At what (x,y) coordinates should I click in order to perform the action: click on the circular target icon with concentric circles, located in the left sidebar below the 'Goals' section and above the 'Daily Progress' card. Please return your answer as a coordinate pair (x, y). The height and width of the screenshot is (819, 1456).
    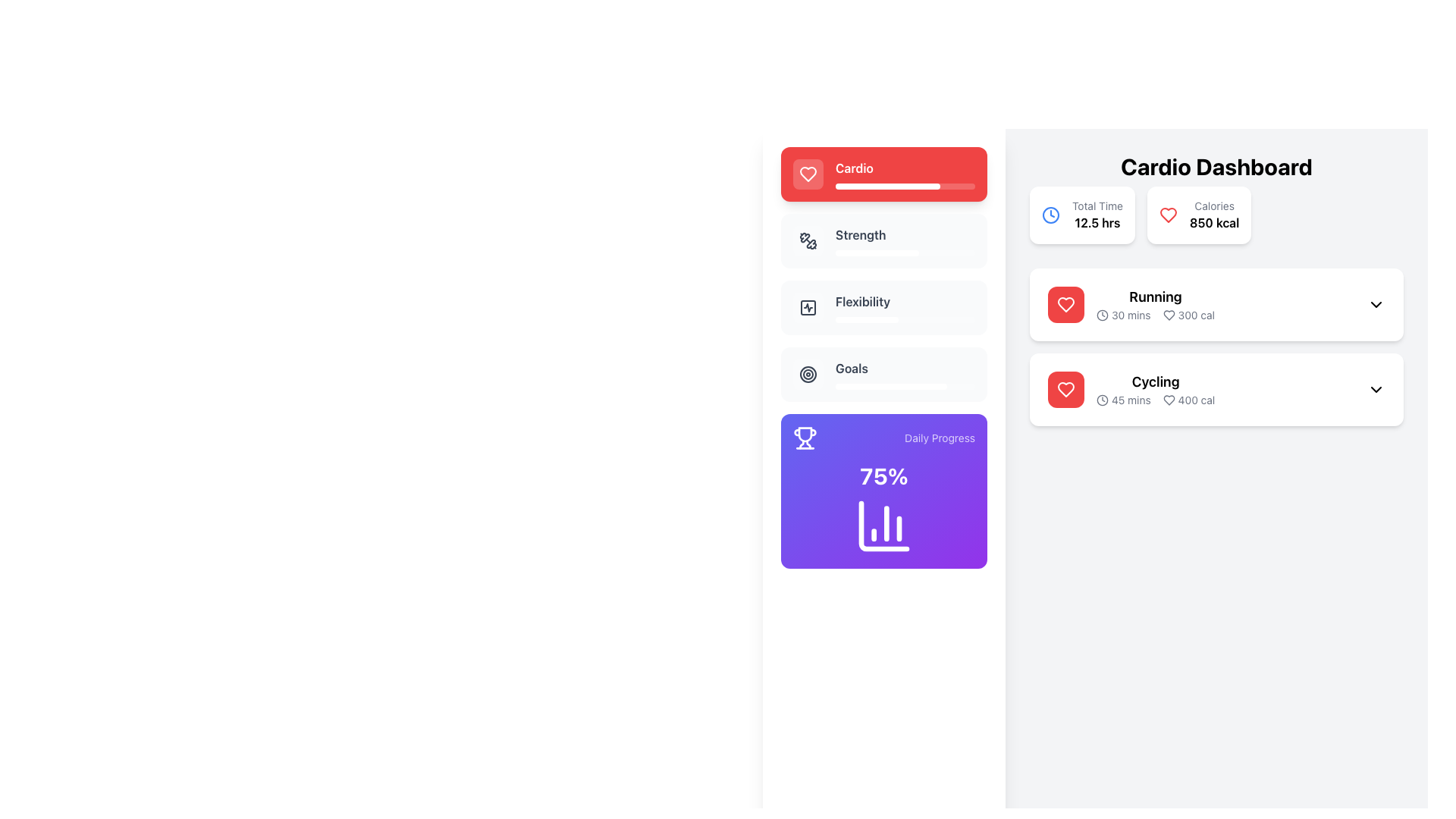
    Looking at the image, I should click on (807, 374).